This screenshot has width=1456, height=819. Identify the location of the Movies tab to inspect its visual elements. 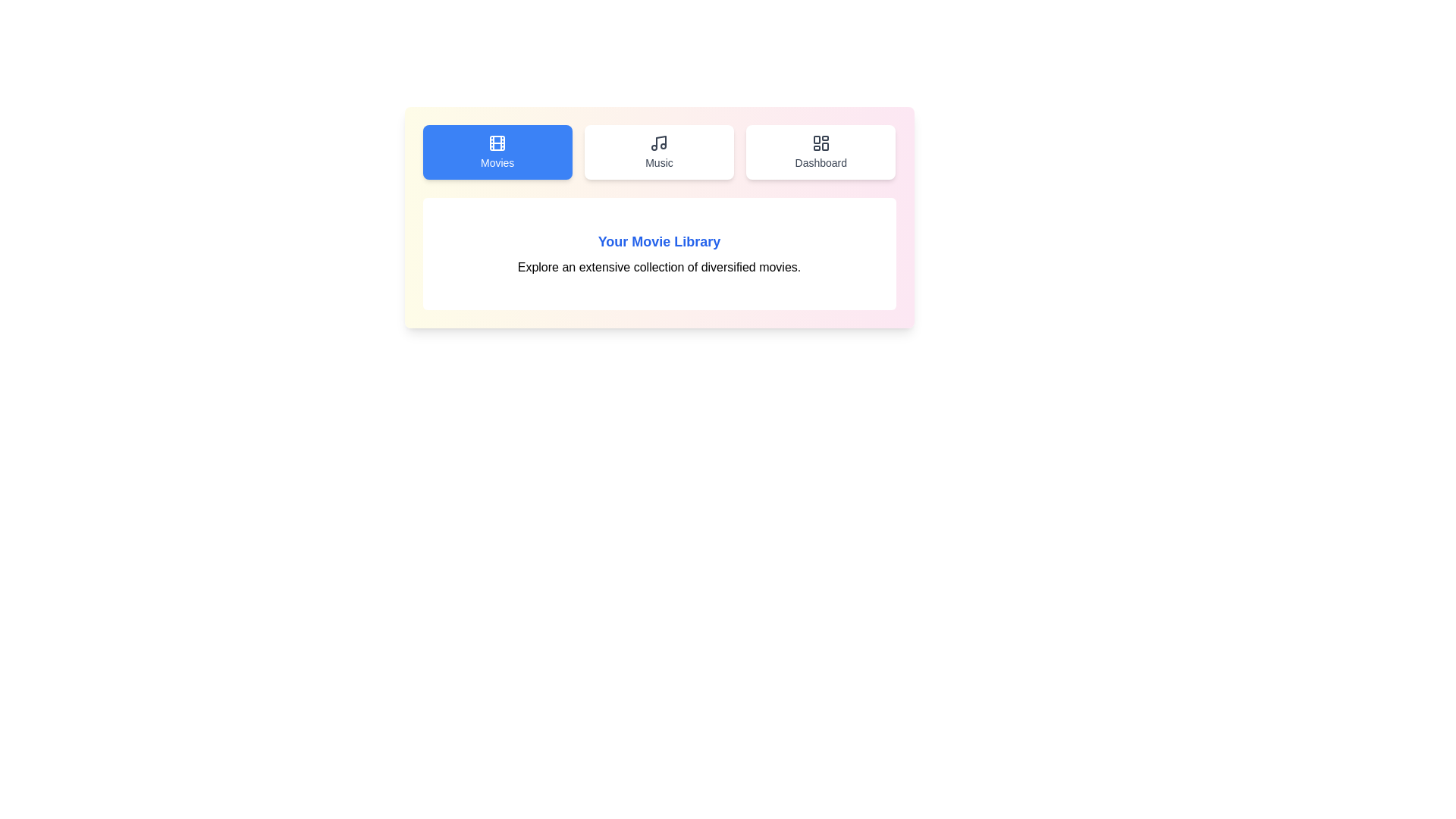
(497, 152).